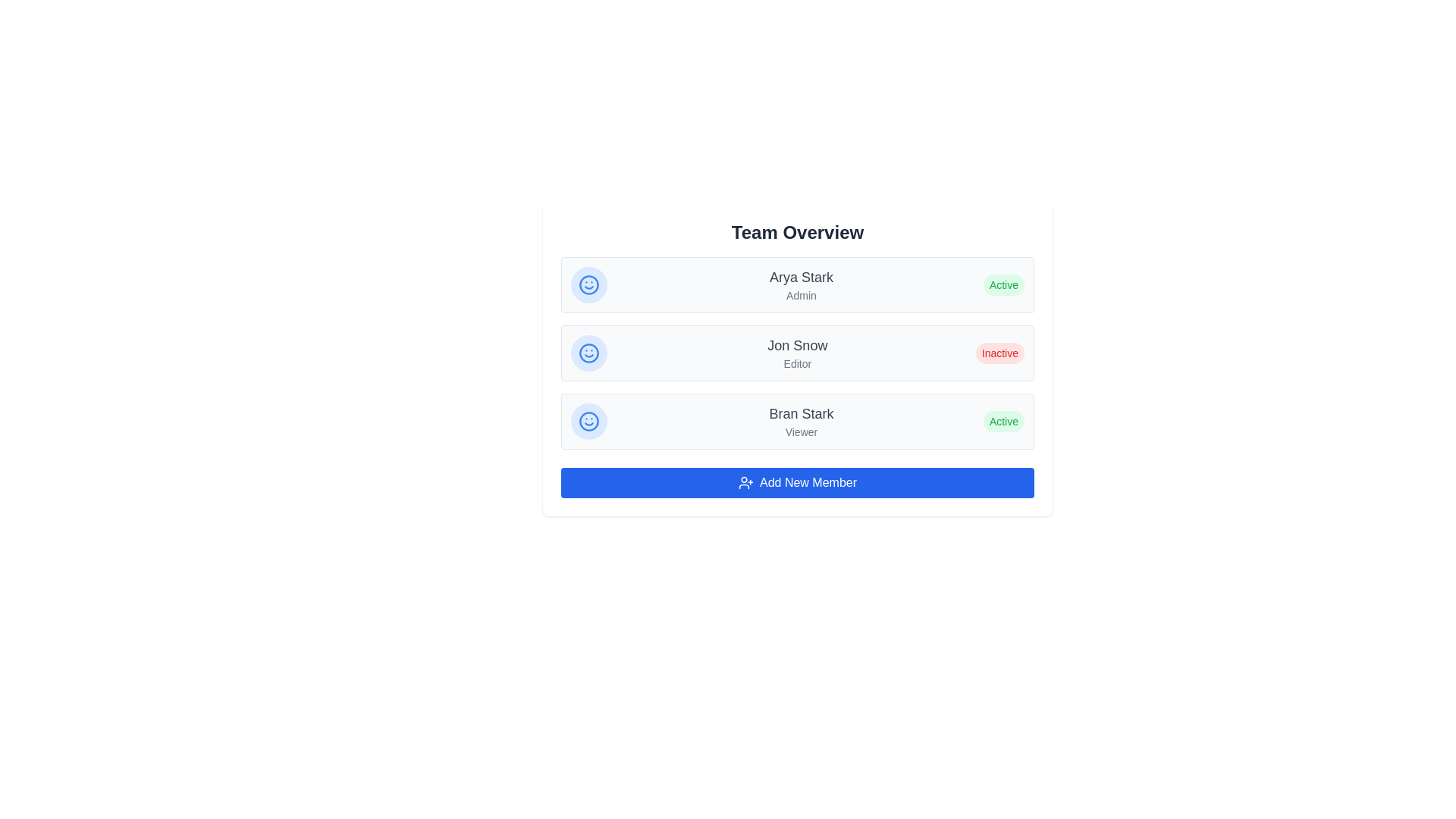  What do you see at coordinates (800, 432) in the screenshot?
I see `the non-interactive text label indicating the user's role or status, which displays 'Viewer' and is located below 'Bran Stark' and to the left of the 'Active' status indicator` at bounding box center [800, 432].